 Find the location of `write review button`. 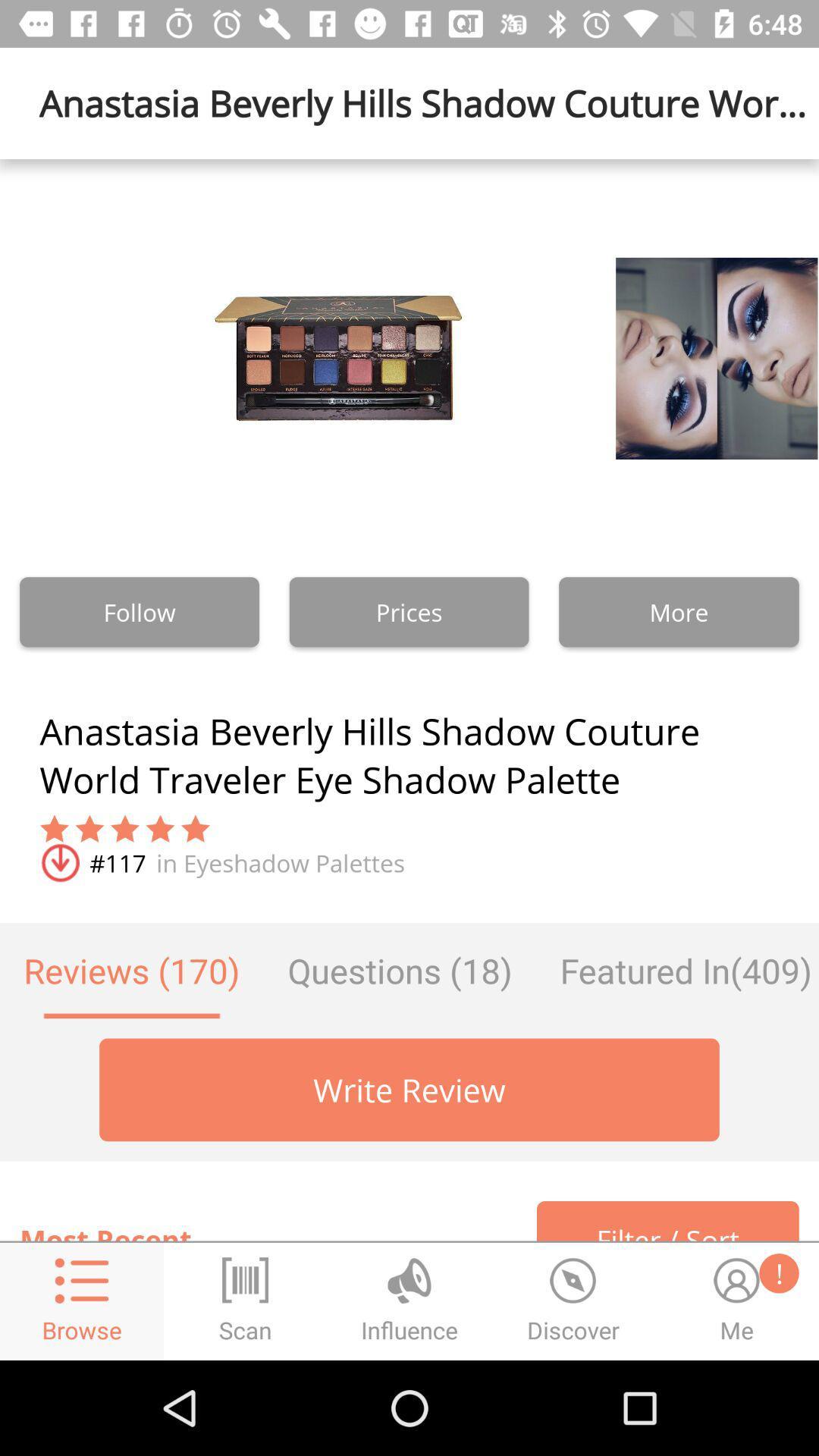

write review button is located at coordinates (409, 1089).